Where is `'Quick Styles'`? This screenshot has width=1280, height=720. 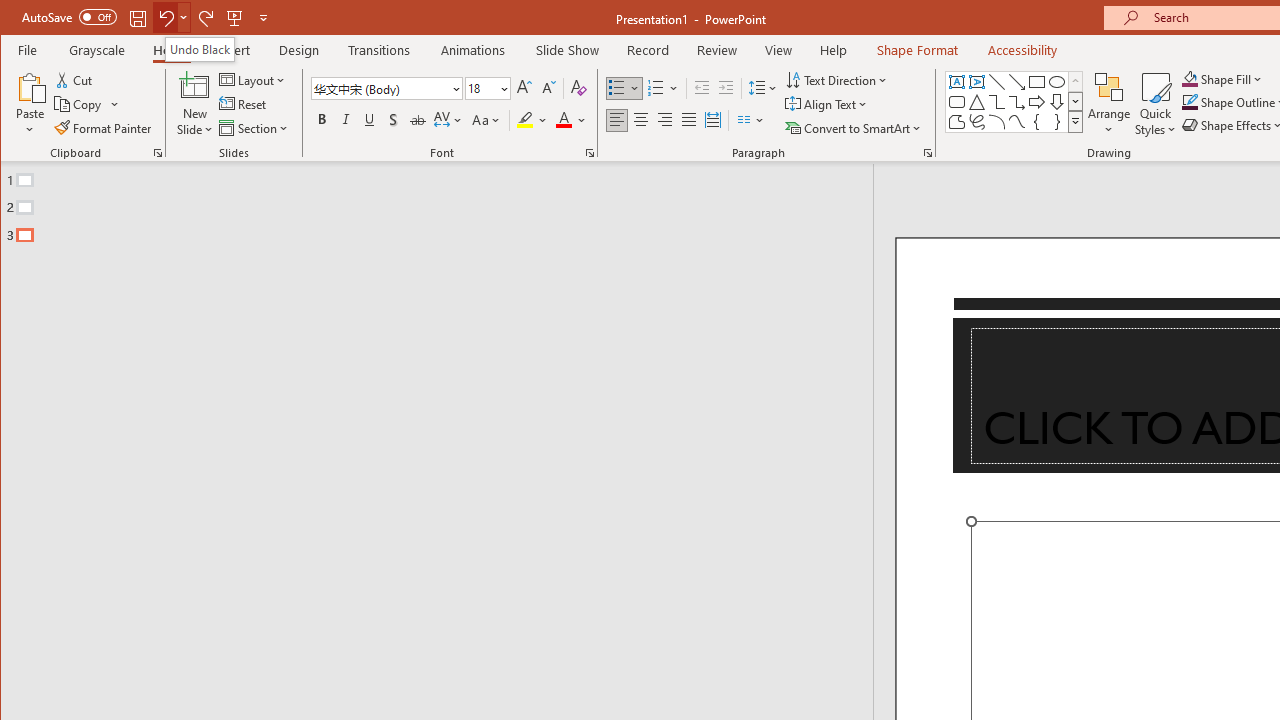
'Quick Styles' is located at coordinates (1155, 104).